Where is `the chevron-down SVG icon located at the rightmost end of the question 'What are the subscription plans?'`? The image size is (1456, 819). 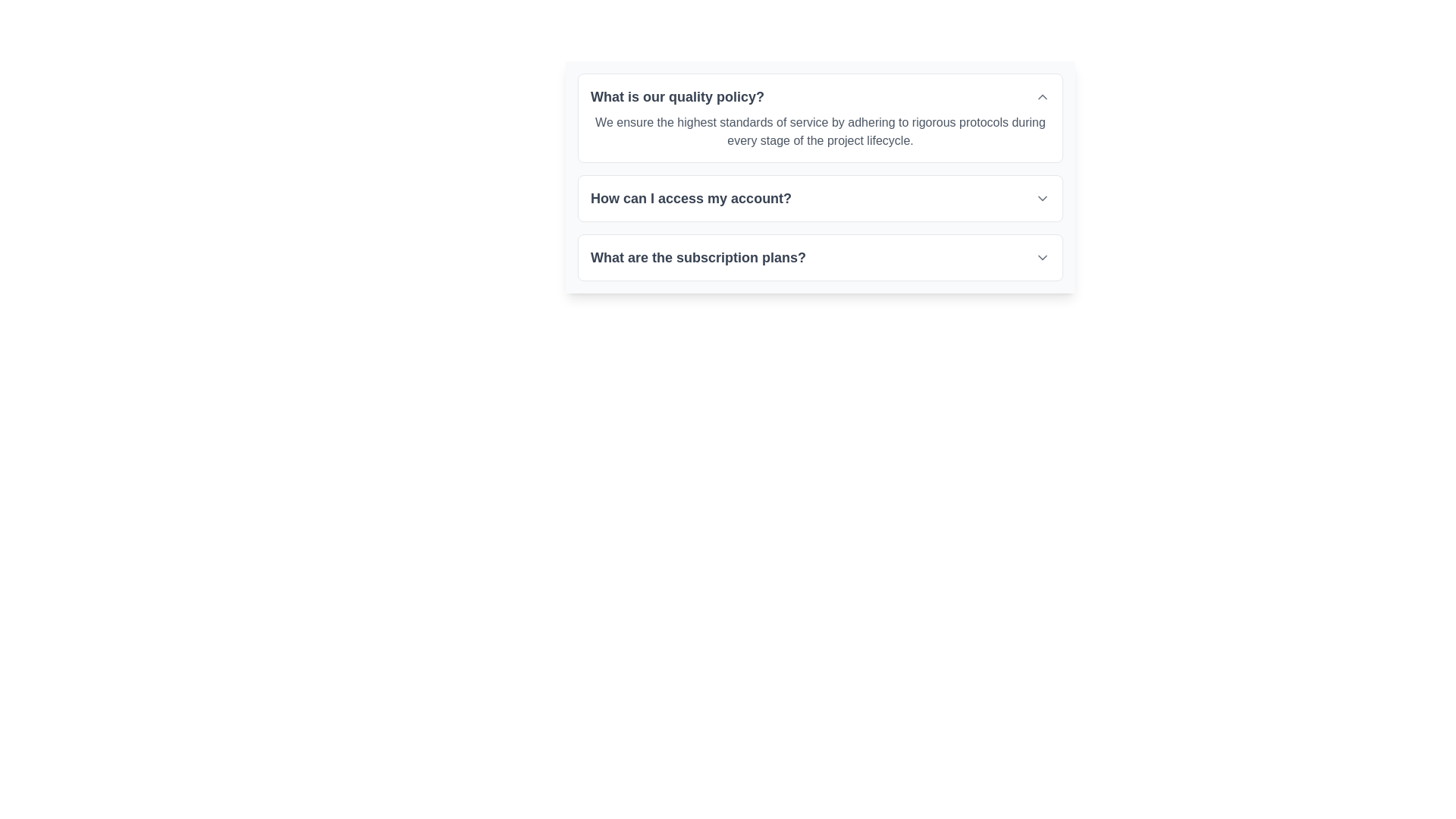
the chevron-down SVG icon located at the rightmost end of the question 'What are the subscription plans?' is located at coordinates (1041, 256).